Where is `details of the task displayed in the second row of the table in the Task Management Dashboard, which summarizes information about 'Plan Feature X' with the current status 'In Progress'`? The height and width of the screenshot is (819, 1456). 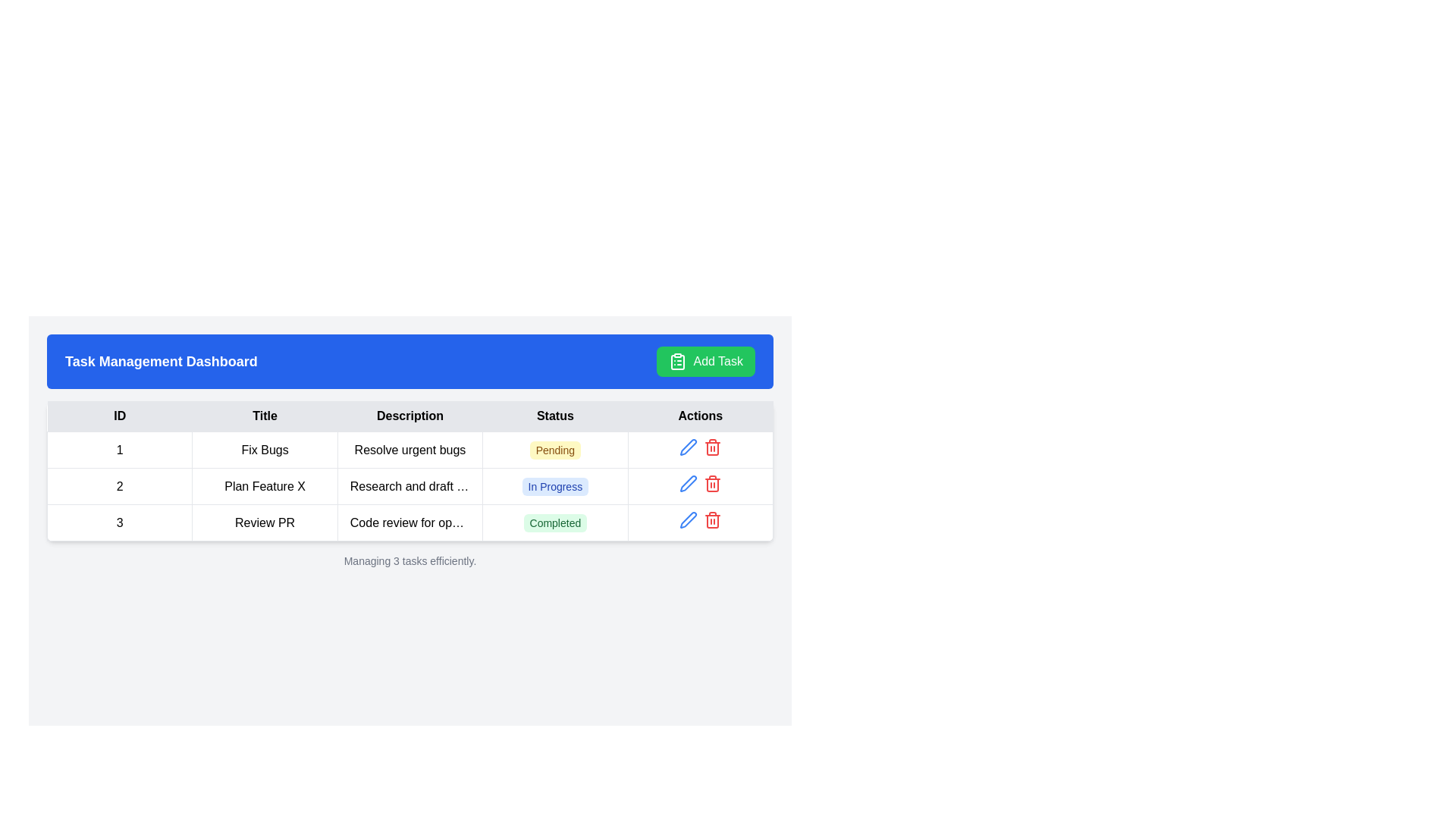
details of the task displayed in the second row of the table in the Task Management Dashboard, which summarizes information about 'Plan Feature X' with the current status 'In Progress' is located at coordinates (410, 485).